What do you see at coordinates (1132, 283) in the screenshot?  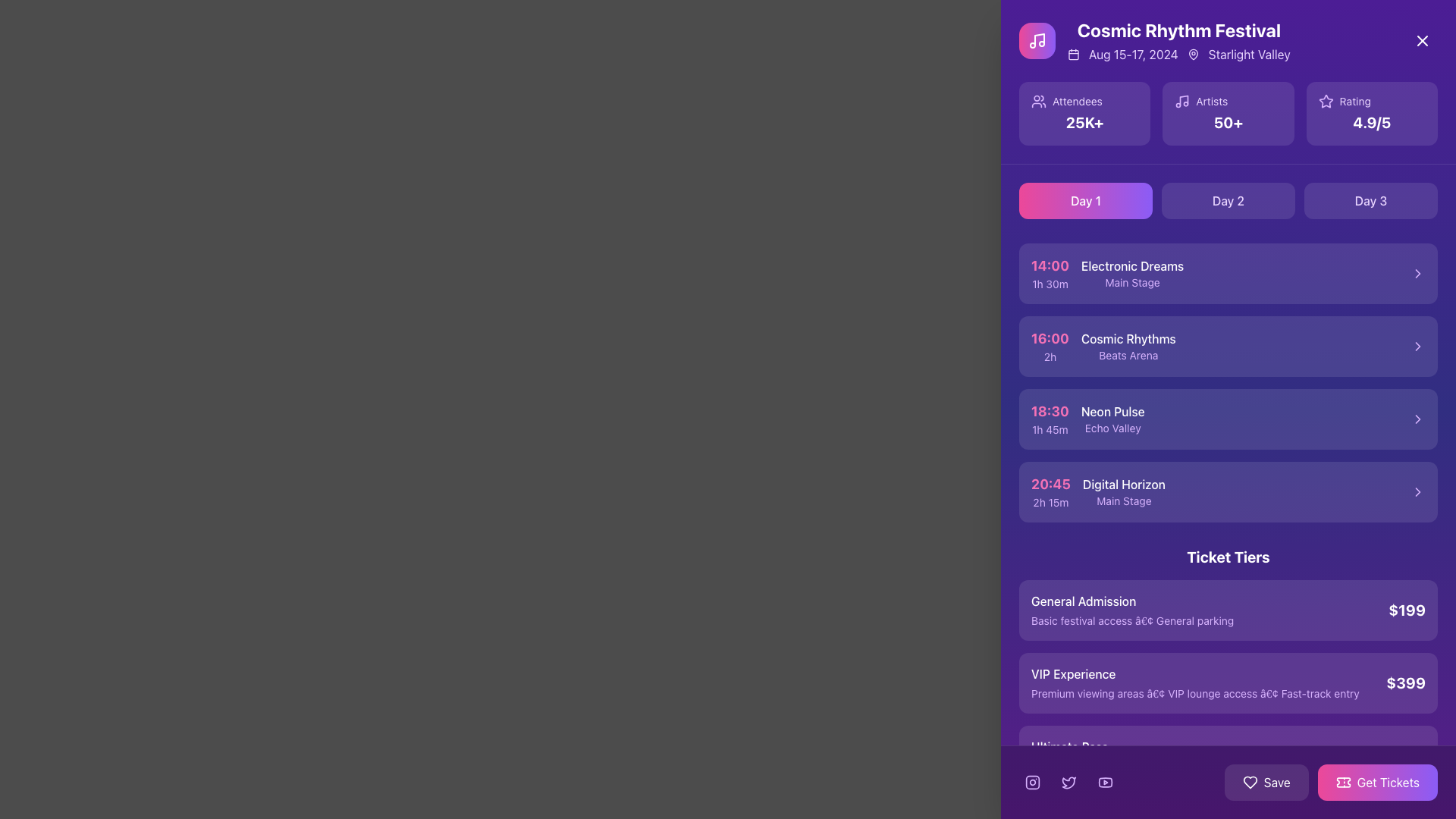 I see `the Static Text Label that informs the user about the stage location of the 'Electronic Dreams' event, located underneath the event title at 14:00 on Day 1` at bounding box center [1132, 283].